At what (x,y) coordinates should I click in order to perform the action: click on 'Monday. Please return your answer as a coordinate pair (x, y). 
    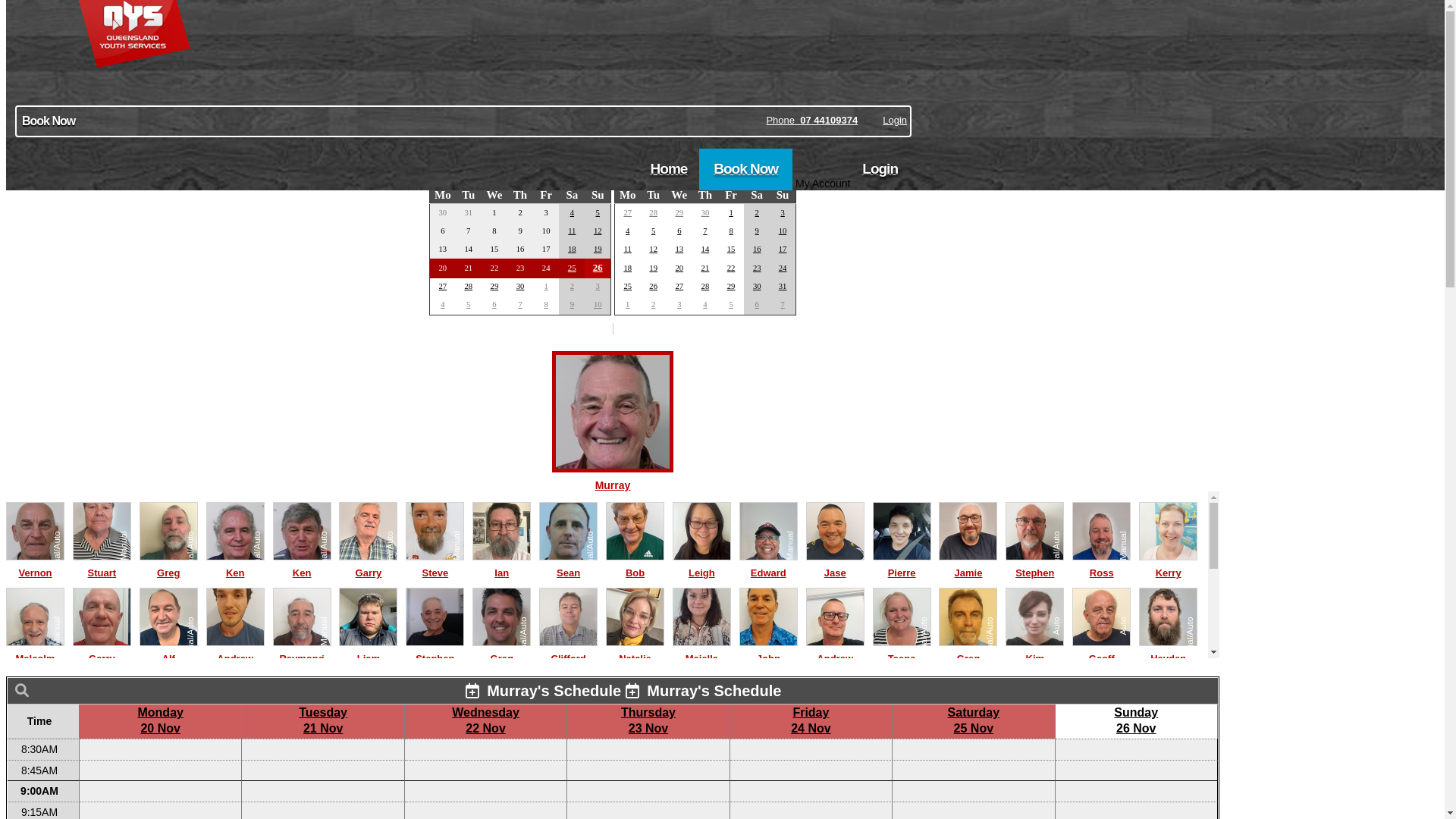
    Looking at the image, I should click on (160, 719).